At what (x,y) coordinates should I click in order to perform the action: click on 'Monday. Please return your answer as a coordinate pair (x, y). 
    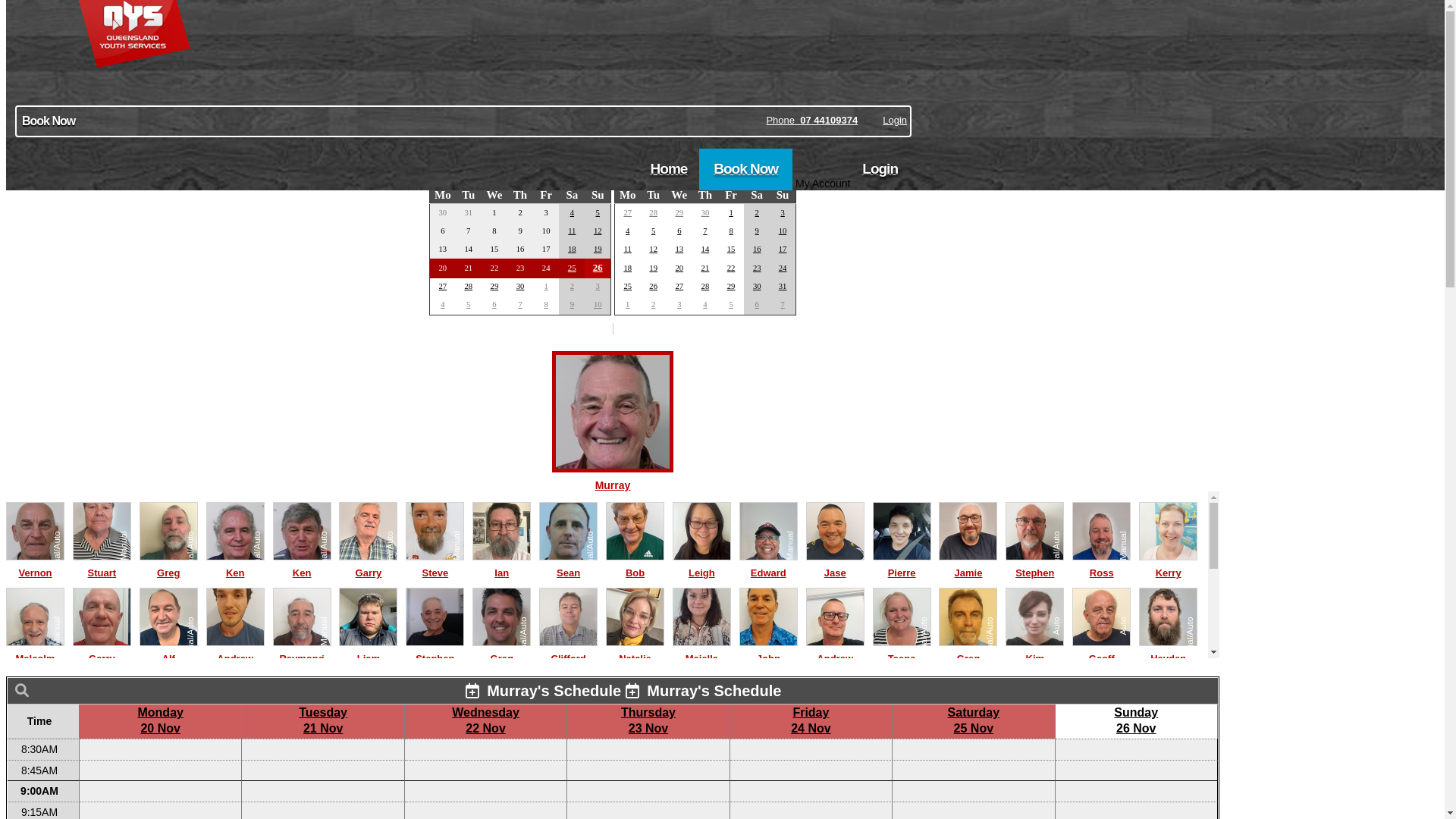
    Looking at the image, I should click on (160, 719).